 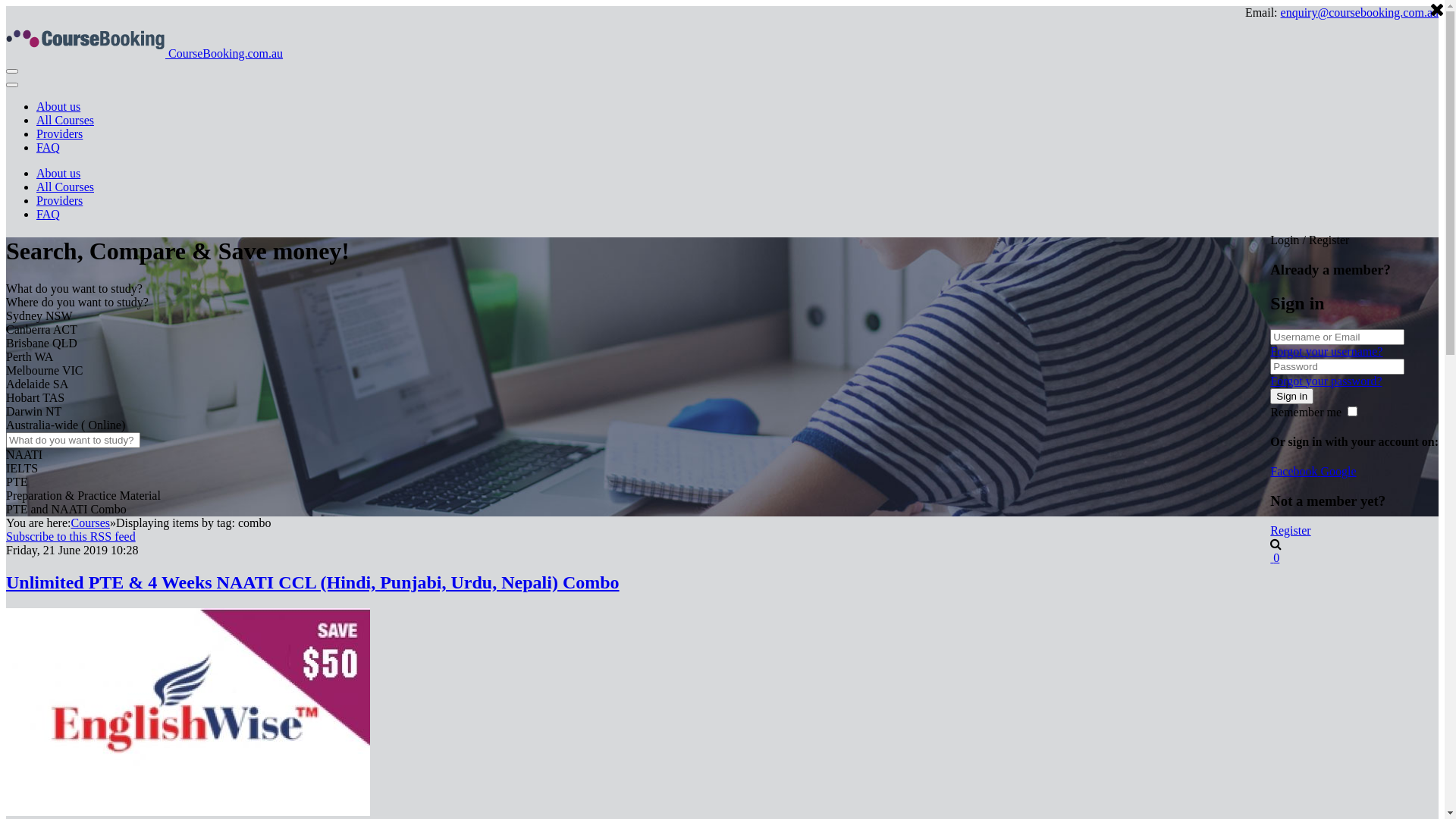 I want to click on 'Login / Register', so click(x=1309, y=239).